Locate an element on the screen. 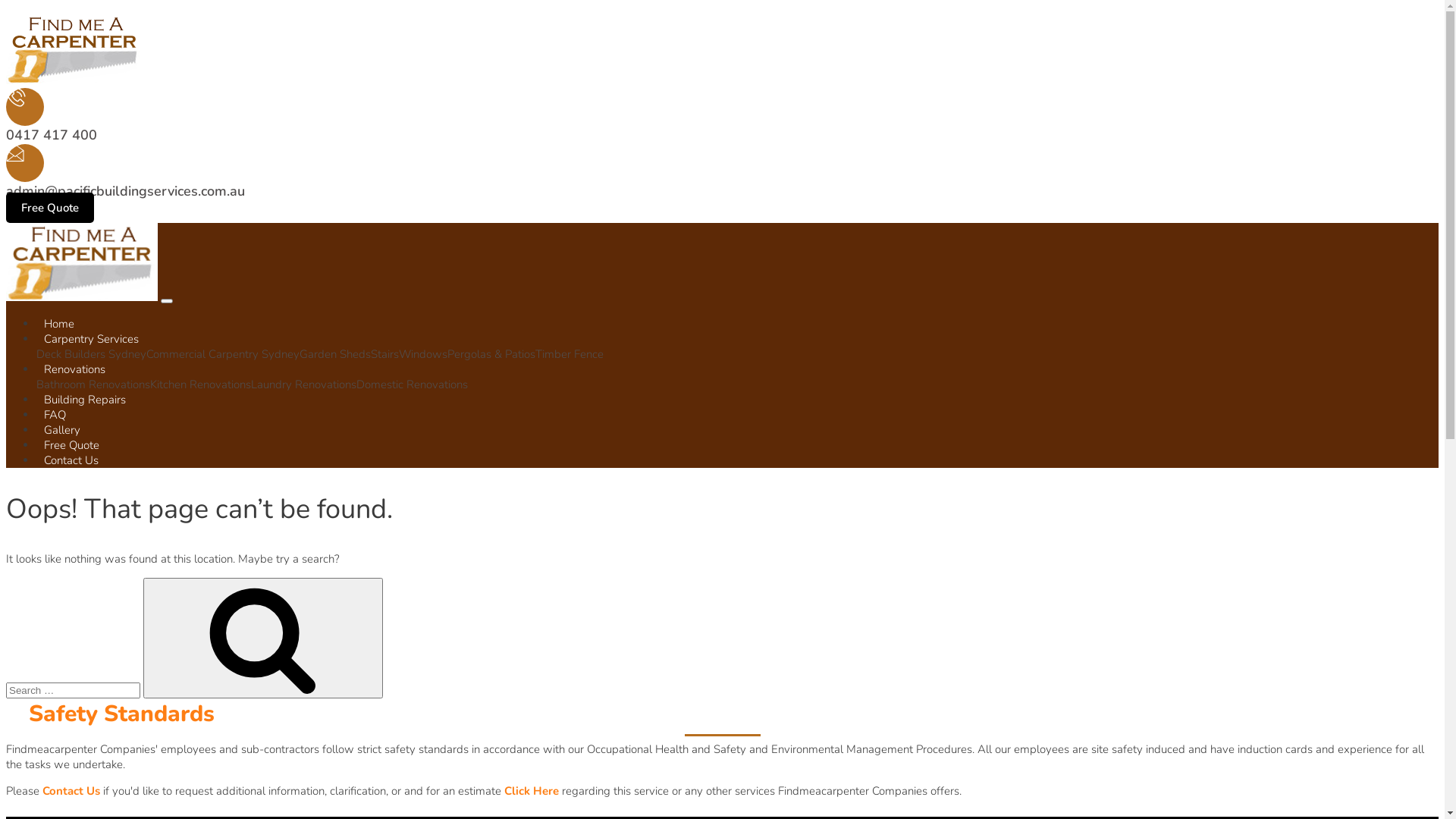 Image resolution: width=1456 pixels, height=819 pixels. 'Stairs' is located at coordinates (384, 353).